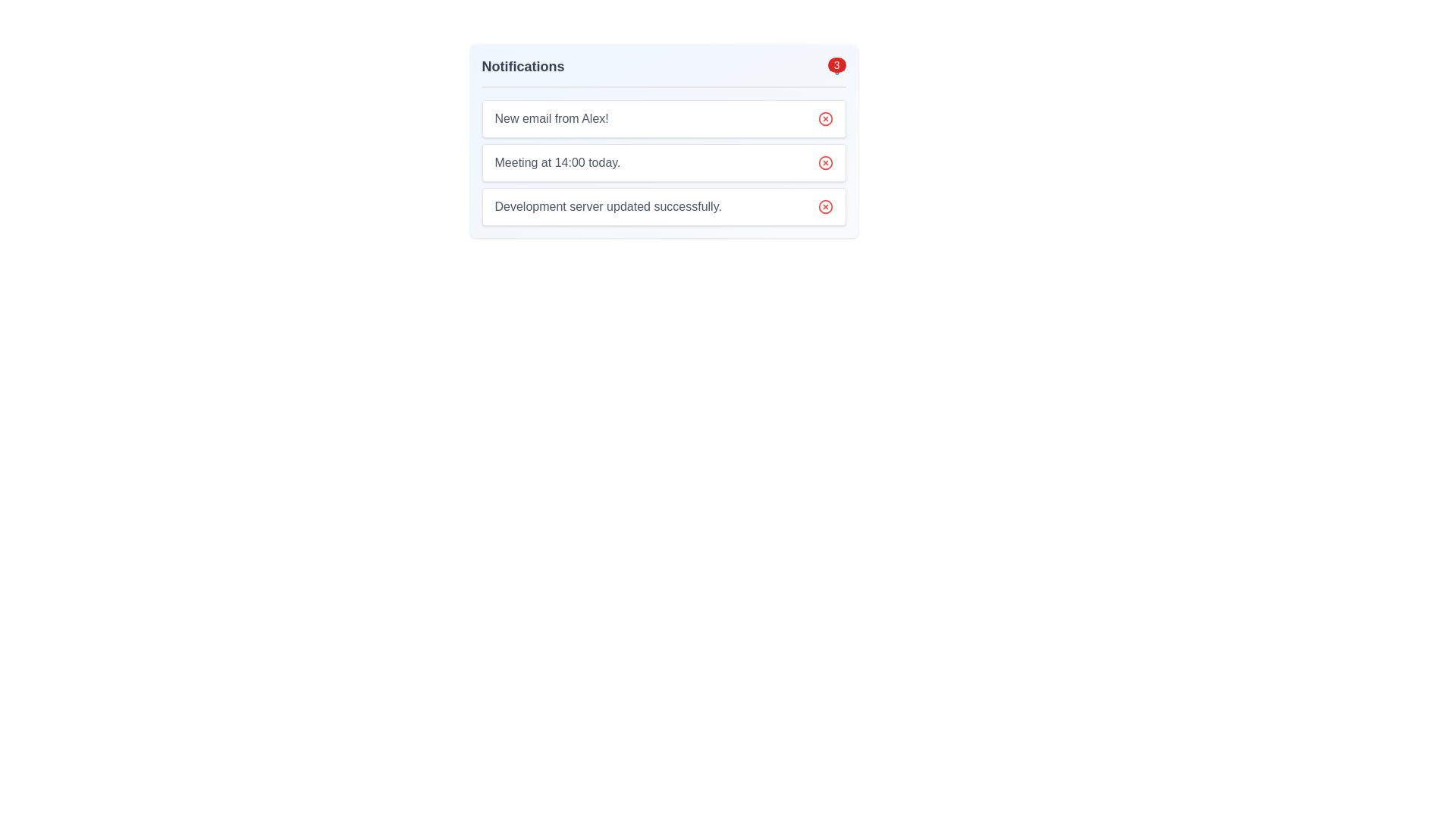  Describe the element at coordinates (824, 118) in the screenshot. I see `the delete button for the notification entry containing the text 'New email from Alex!' to trigger its hover state` at that location.